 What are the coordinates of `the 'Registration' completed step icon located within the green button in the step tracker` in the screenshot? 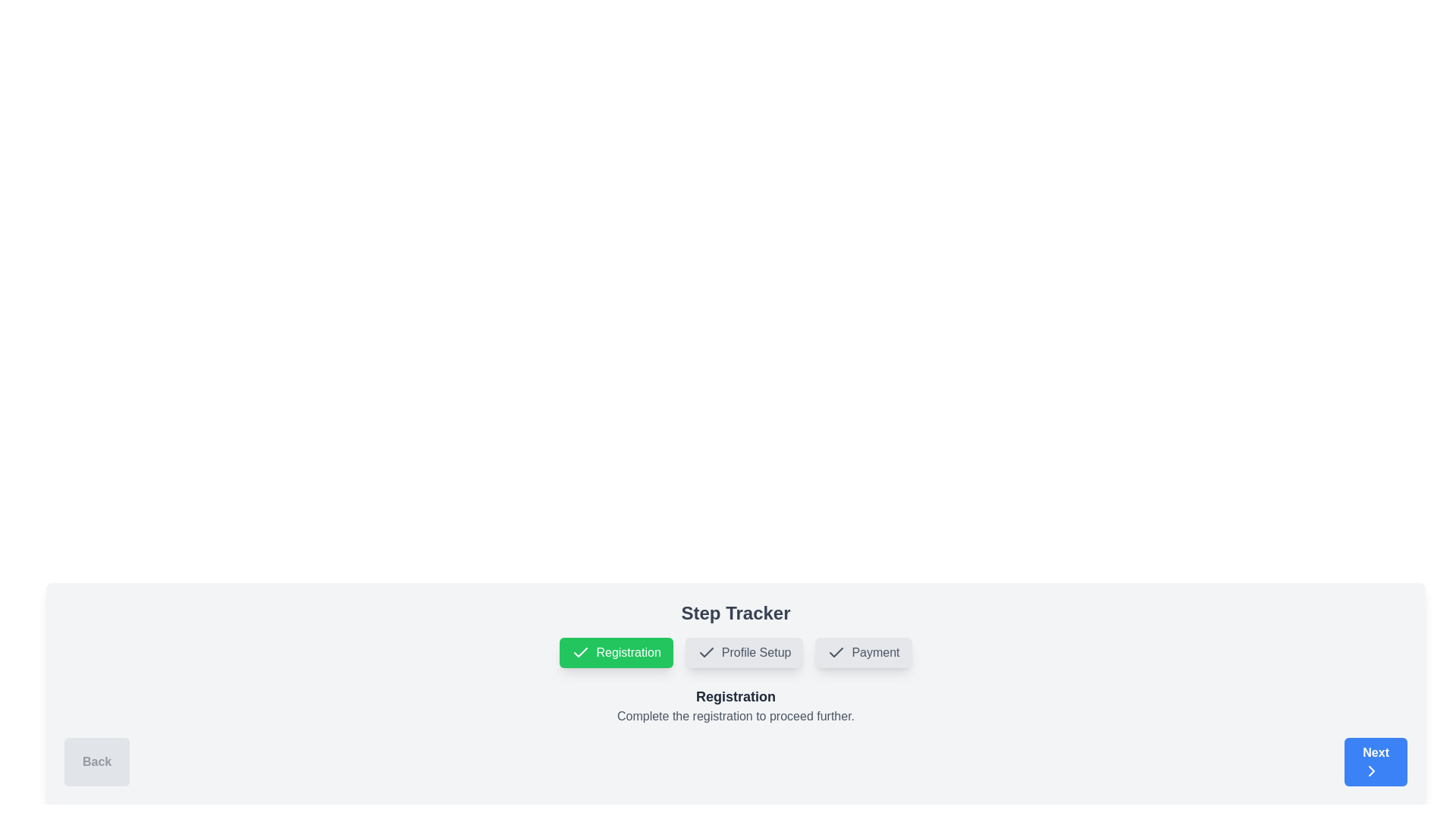 It's located at (580, 651).